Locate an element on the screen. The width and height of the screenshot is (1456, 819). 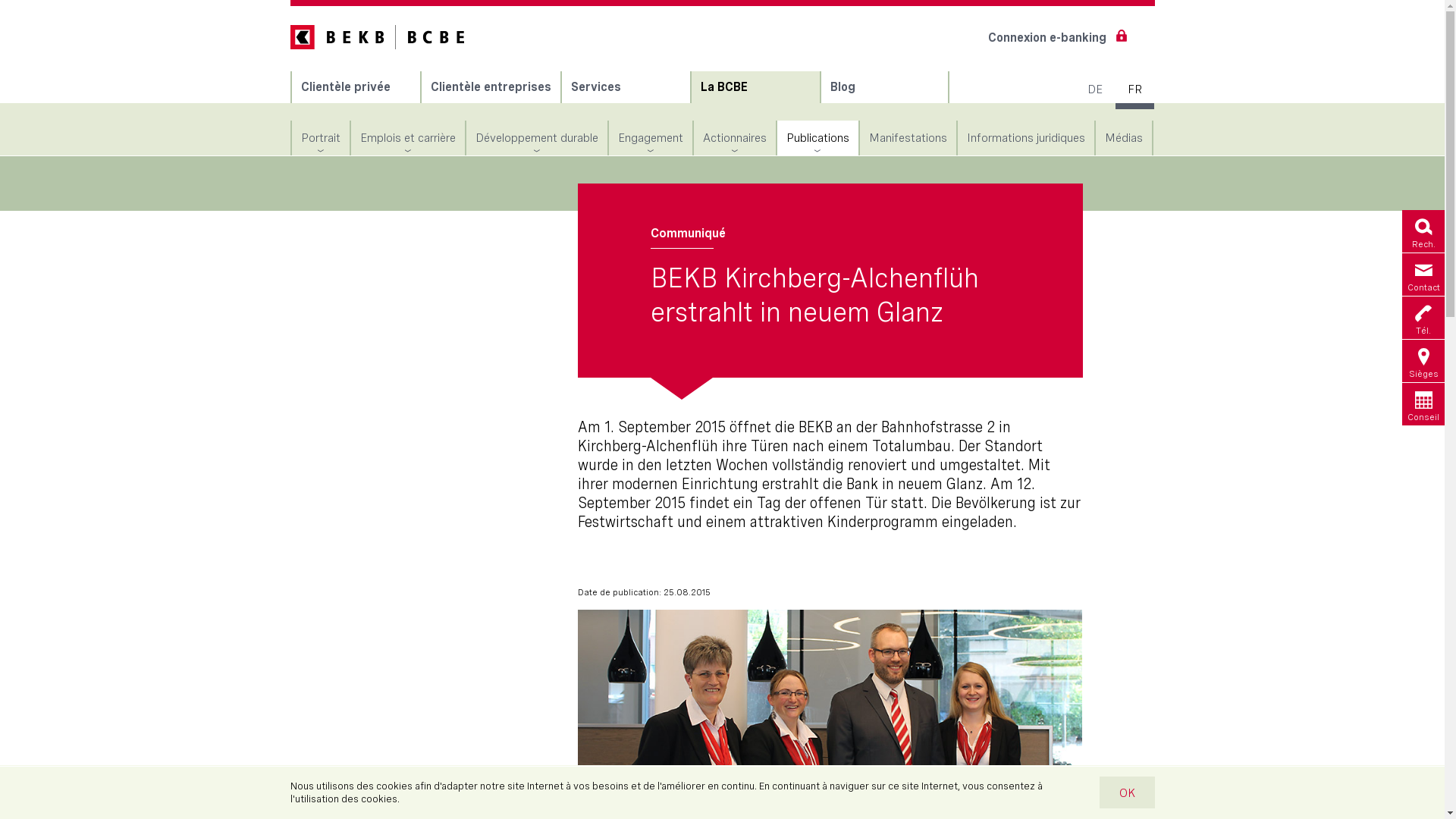
'Engagement' is located at coordinates (650, 137).